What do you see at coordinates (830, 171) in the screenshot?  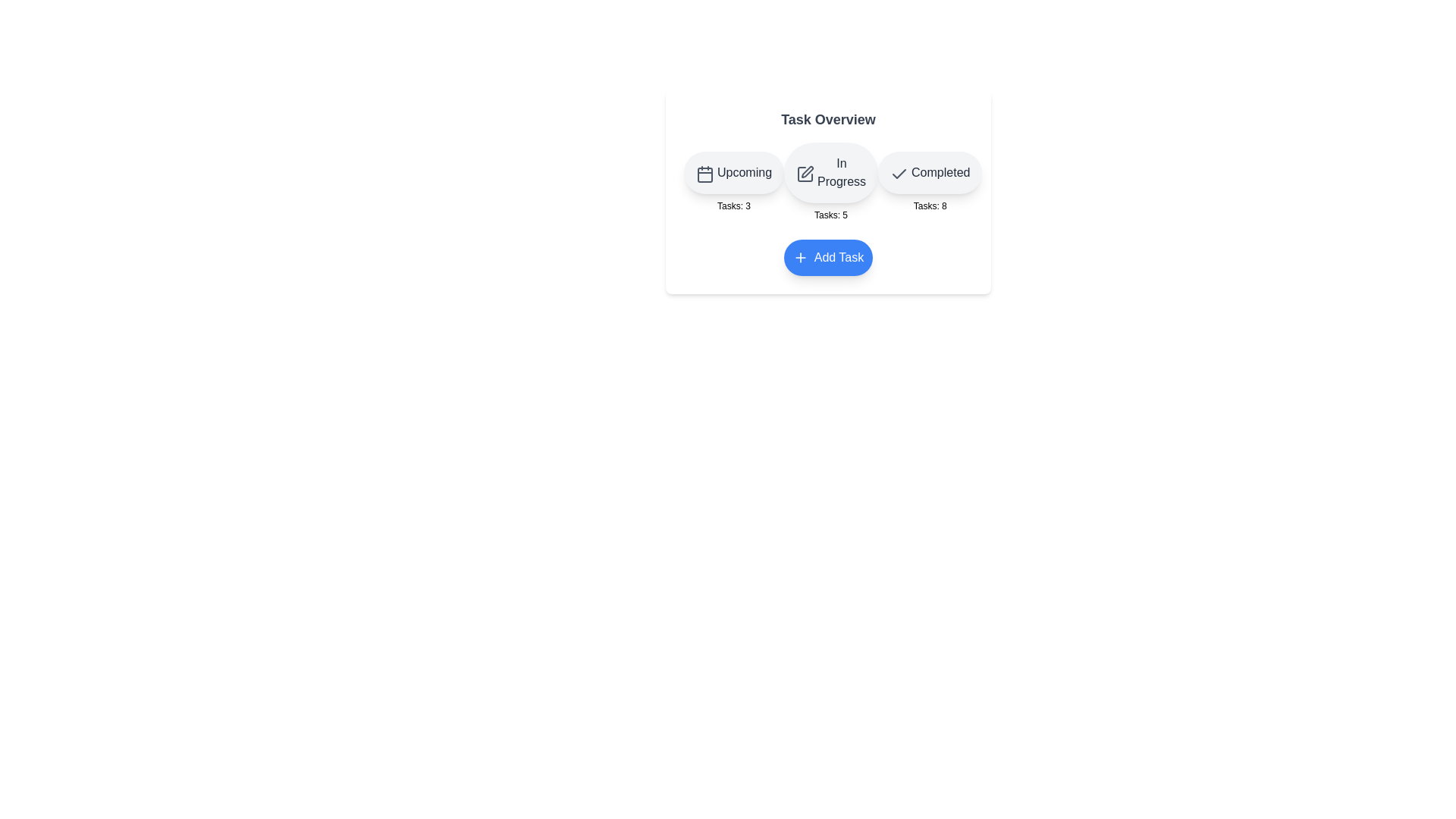 I see `the button for the category In Progress` at bounding box center [830, 171].